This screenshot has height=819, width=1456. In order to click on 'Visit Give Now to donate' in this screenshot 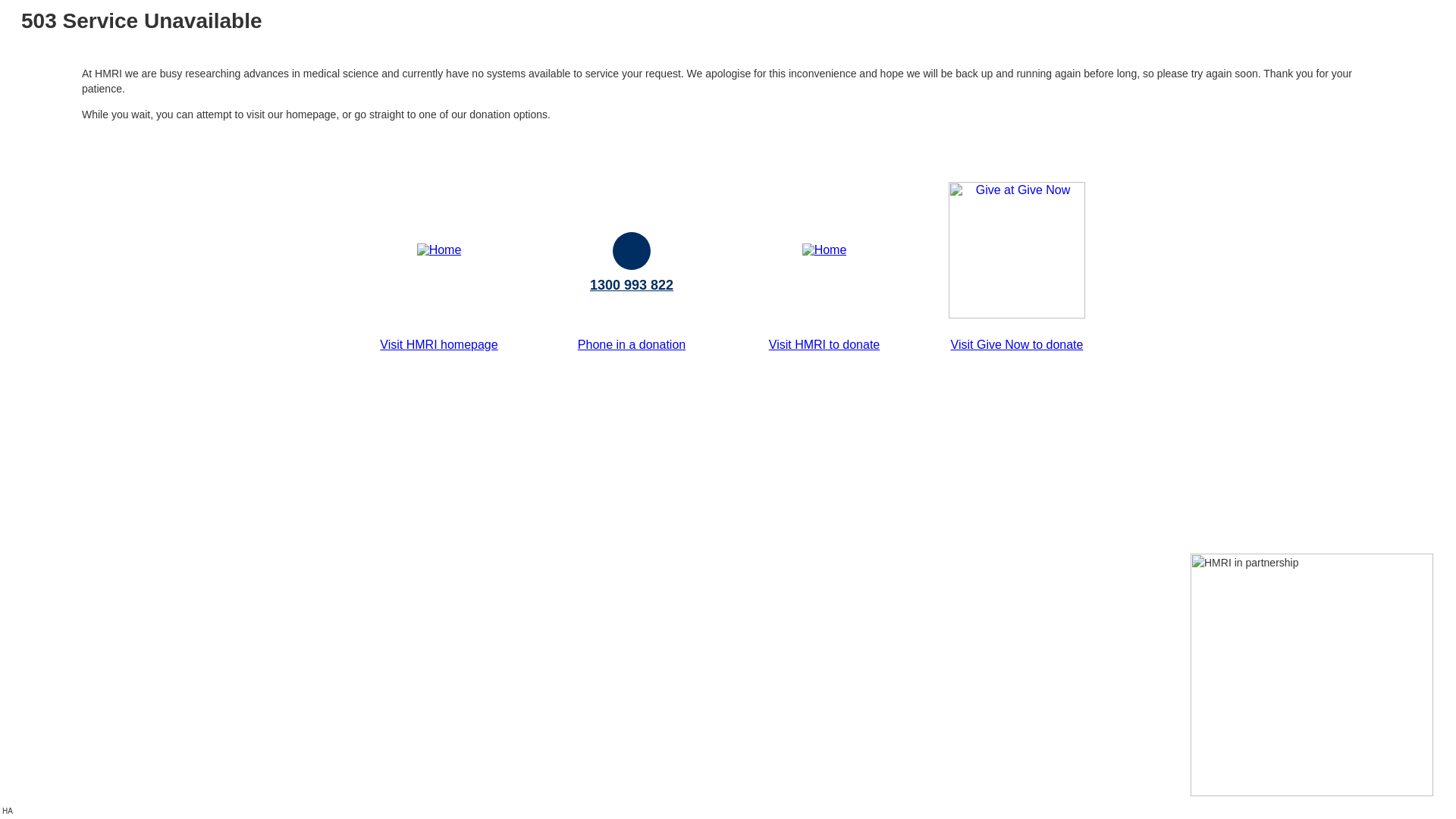, I will do `click(1017, 344)`.